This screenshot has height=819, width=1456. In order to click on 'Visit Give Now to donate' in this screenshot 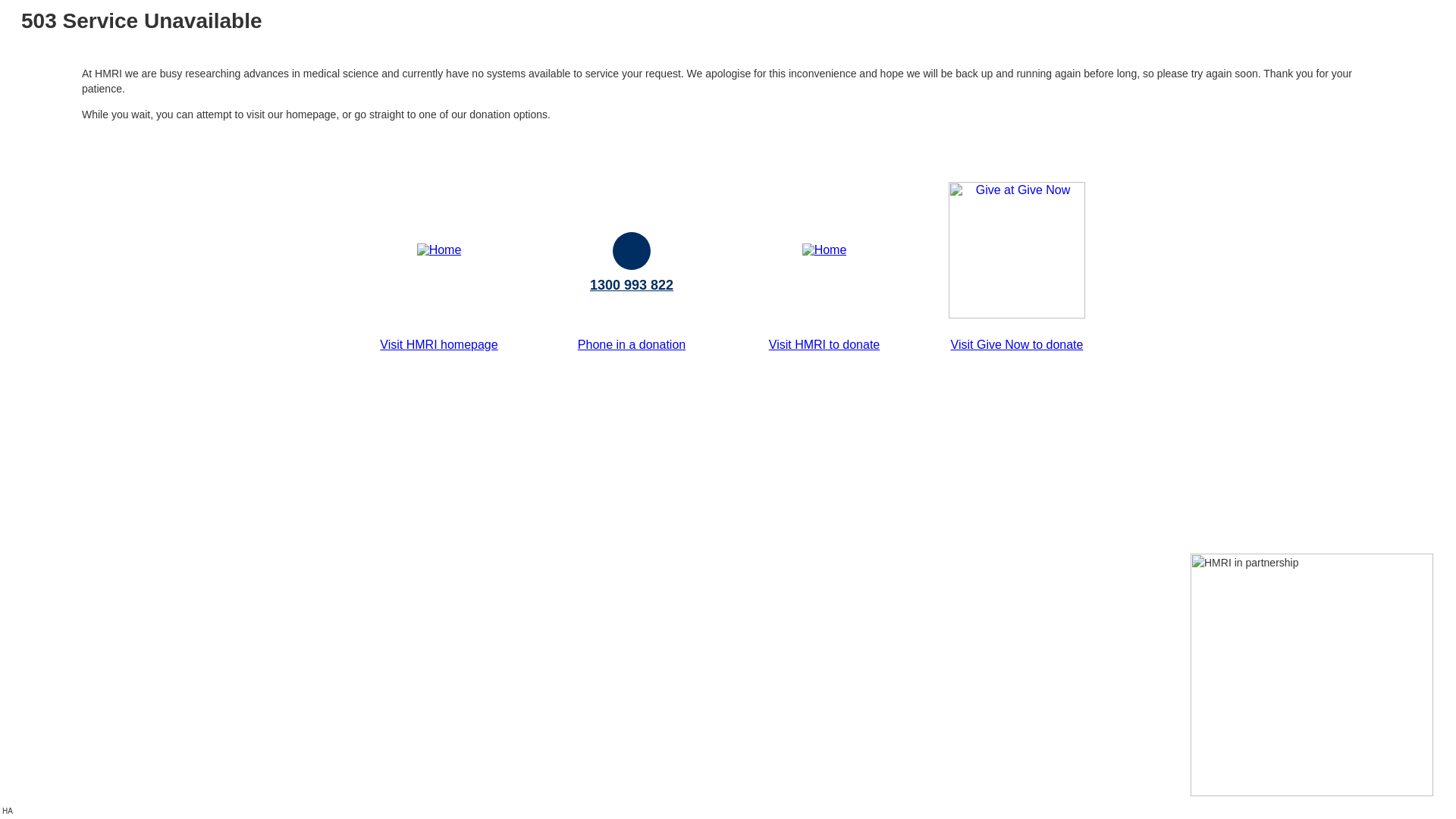, I will do `click(1017, 344)`.